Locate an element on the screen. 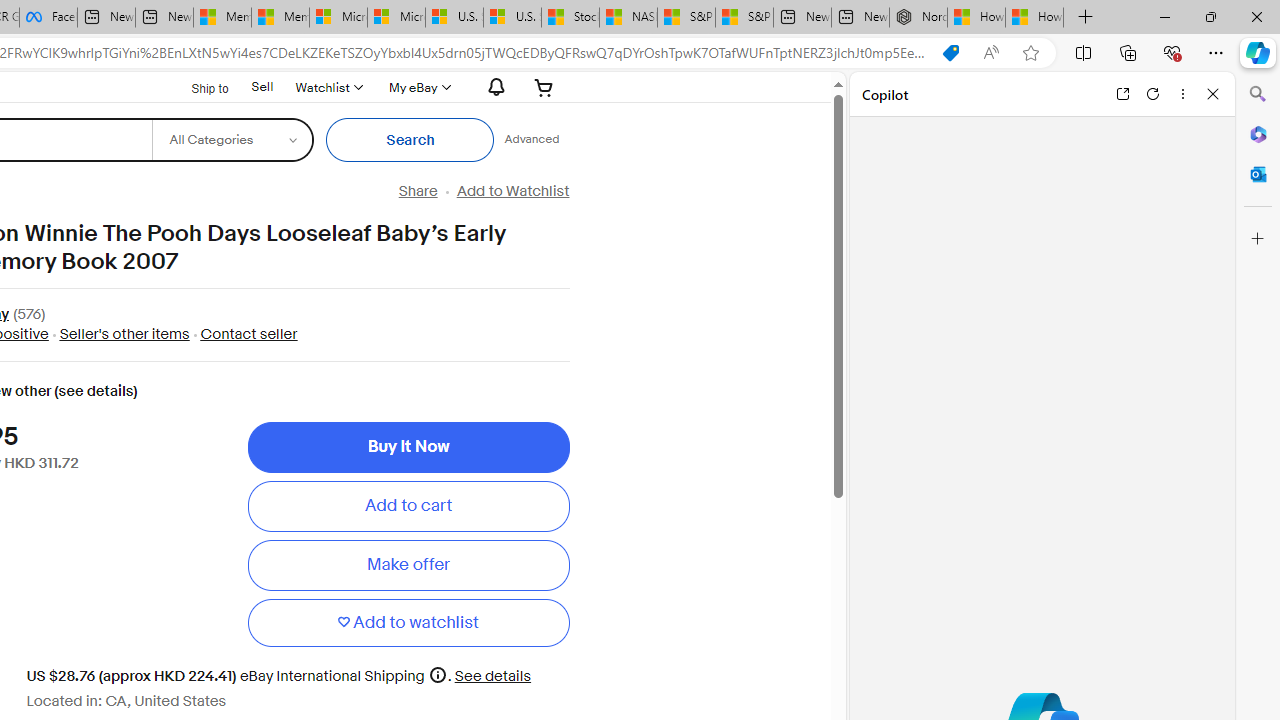  'Outlook' is located at coordinates (1257, 173).